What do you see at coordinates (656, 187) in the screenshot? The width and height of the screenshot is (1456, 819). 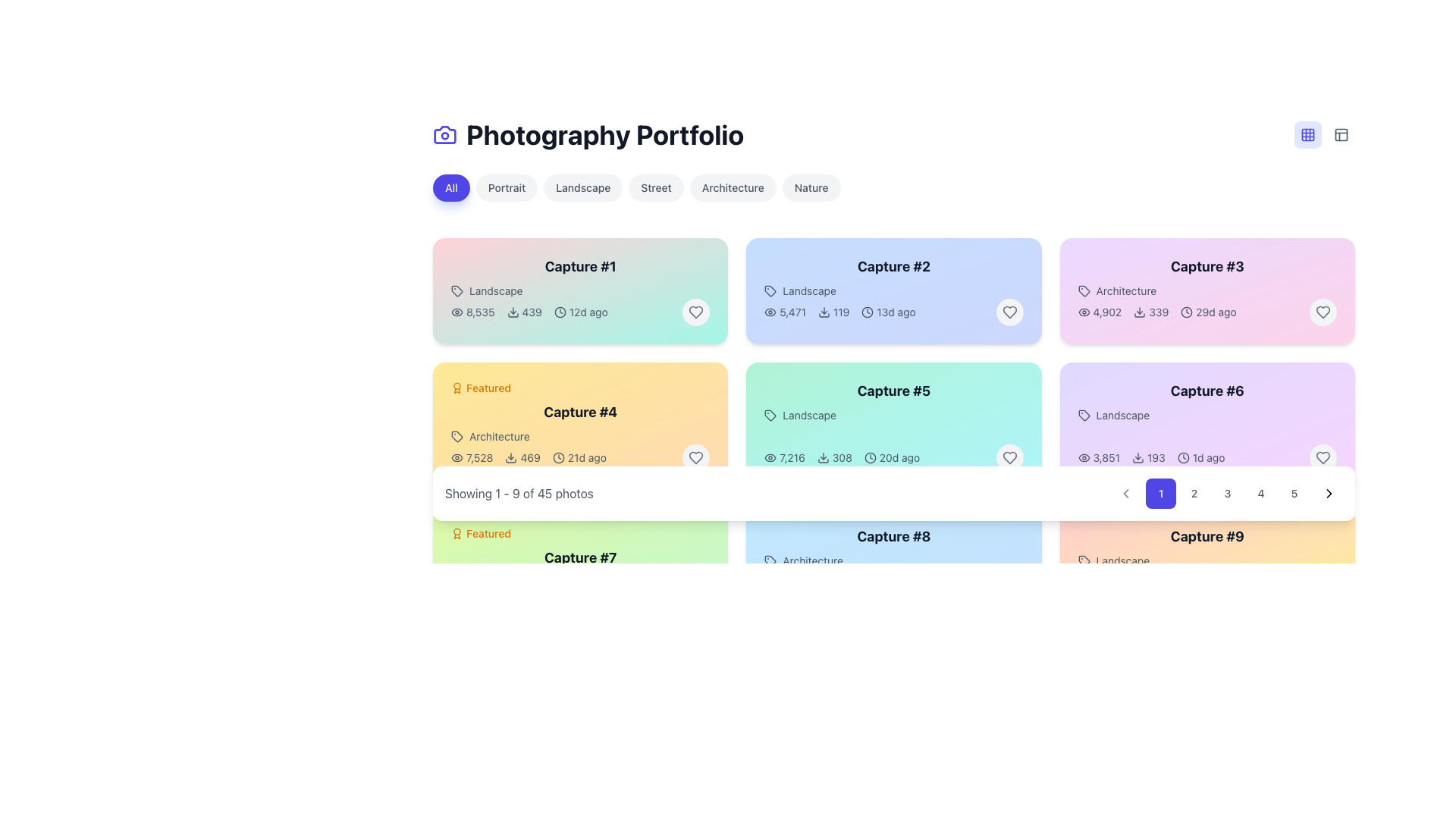 I see `the 'Street' button, which is the fourth button in a horizontal row of filter buttons` at bounding box center [656, 187].